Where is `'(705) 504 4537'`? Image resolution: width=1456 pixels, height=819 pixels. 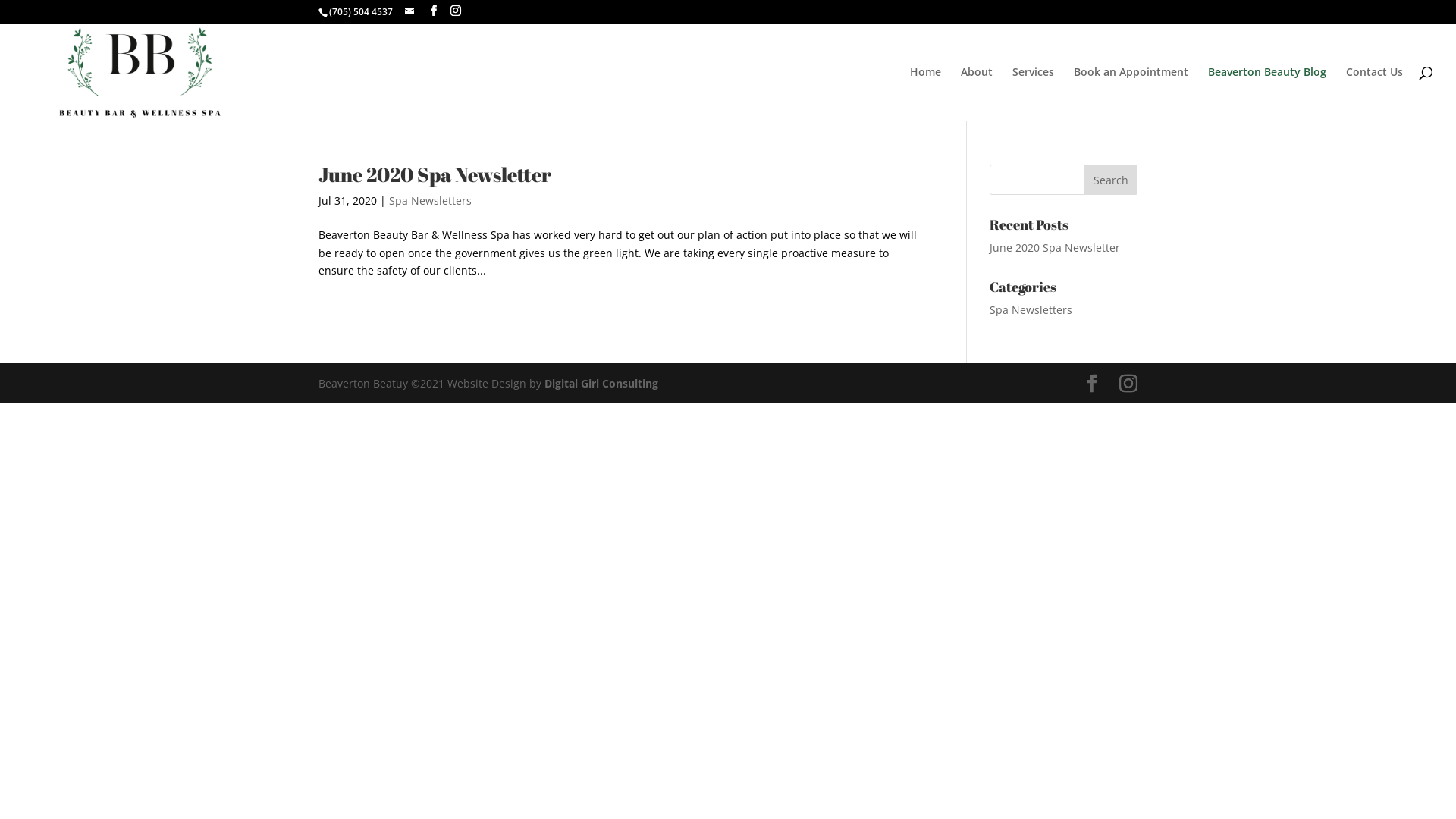 '(705) 504 4537' is located at coordinates (359, 11).